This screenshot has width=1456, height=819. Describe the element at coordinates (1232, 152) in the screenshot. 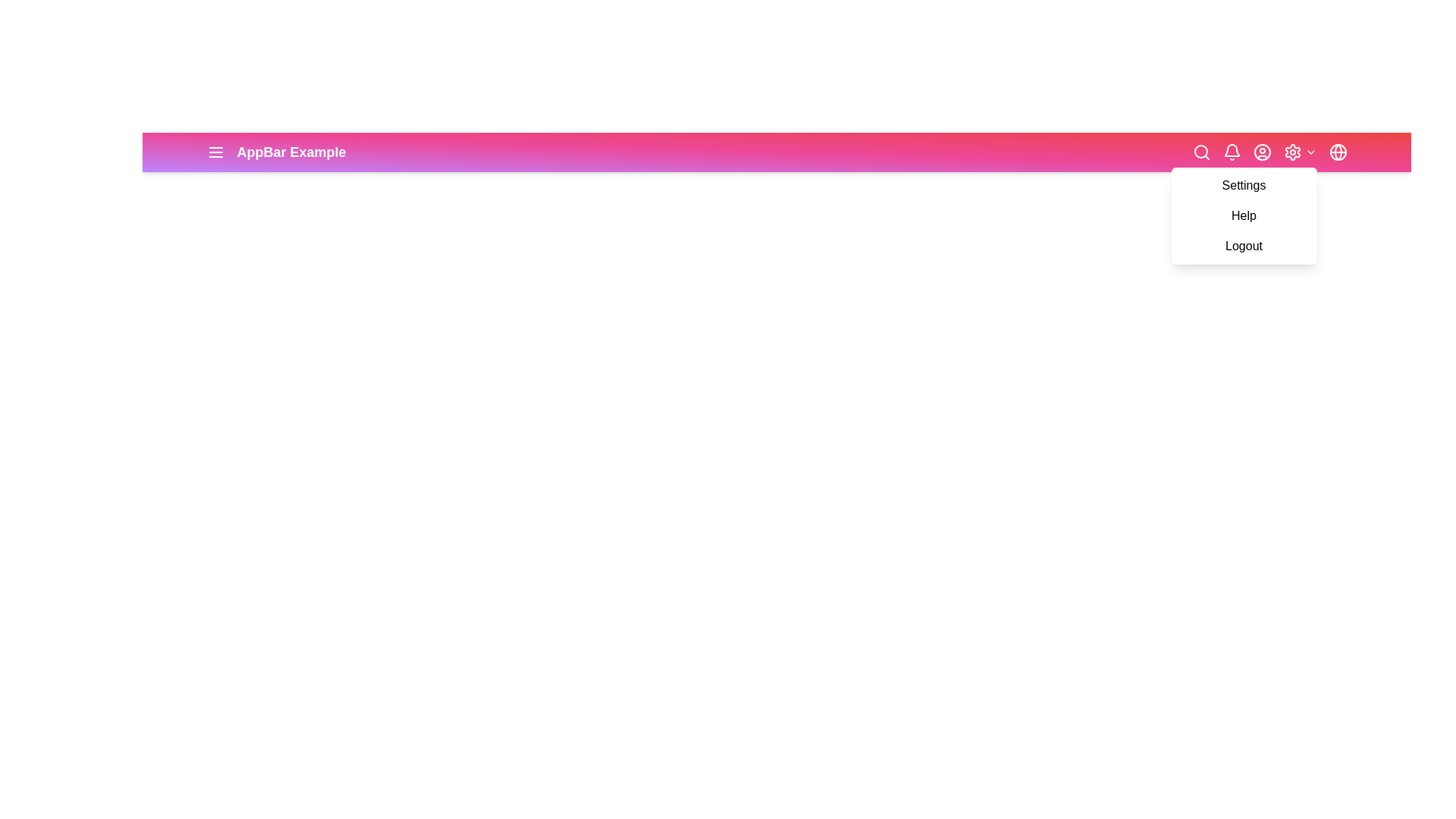

I see `the notifications button` at that location.